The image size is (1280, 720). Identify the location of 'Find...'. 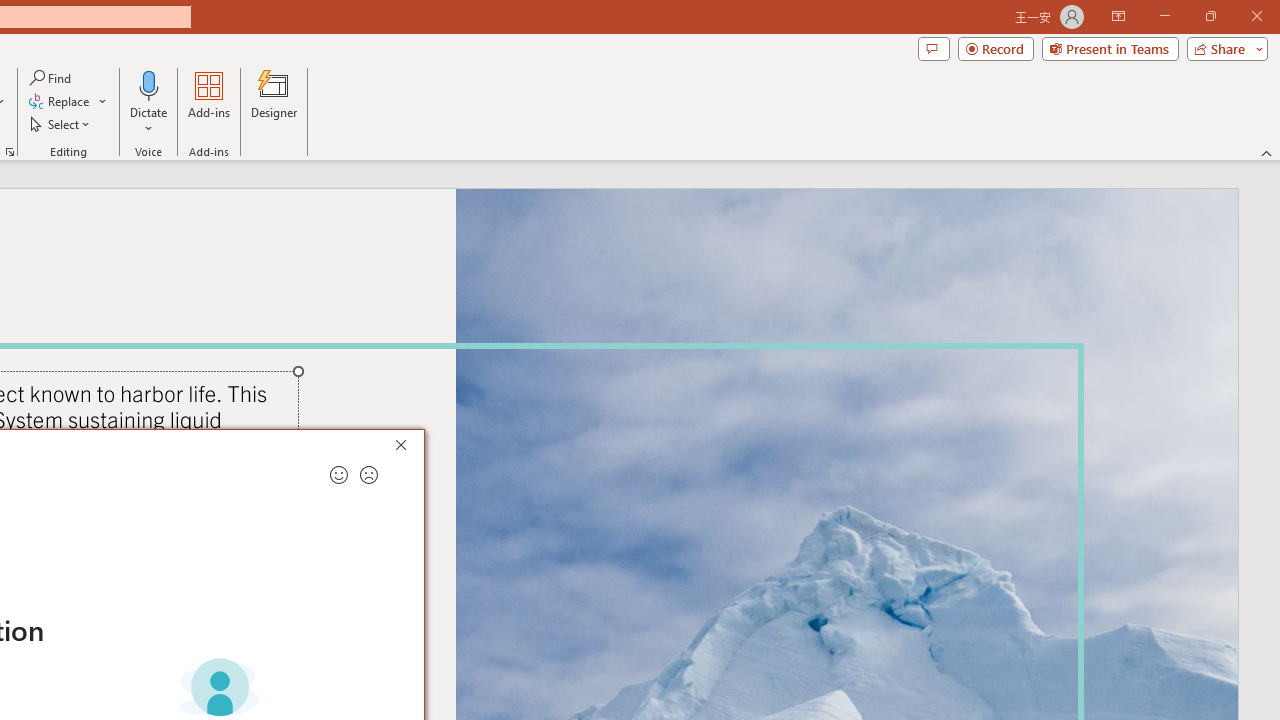
(51, 77).